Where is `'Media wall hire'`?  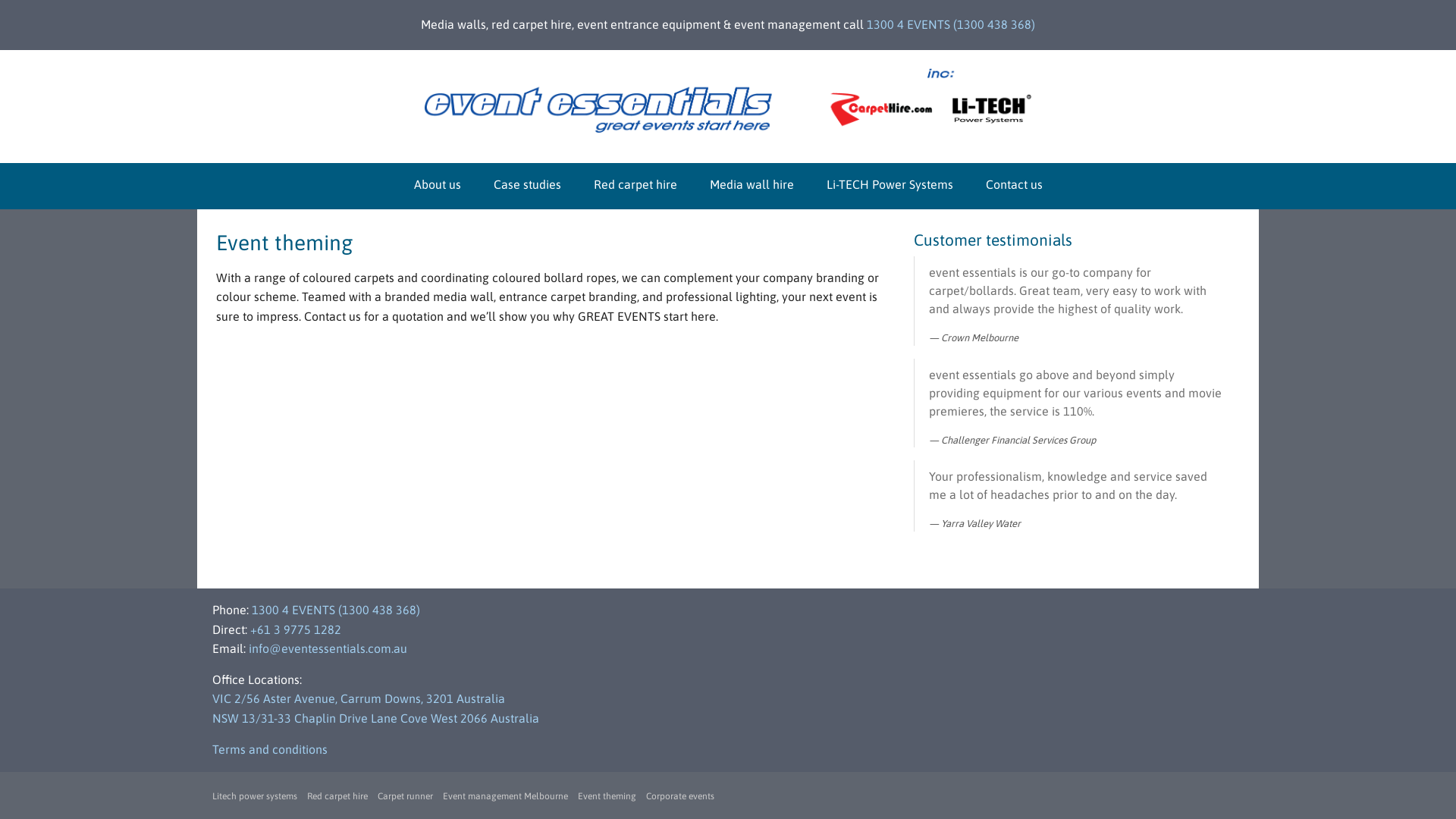
'Media wall hire' is located at coordinates (752, 184).